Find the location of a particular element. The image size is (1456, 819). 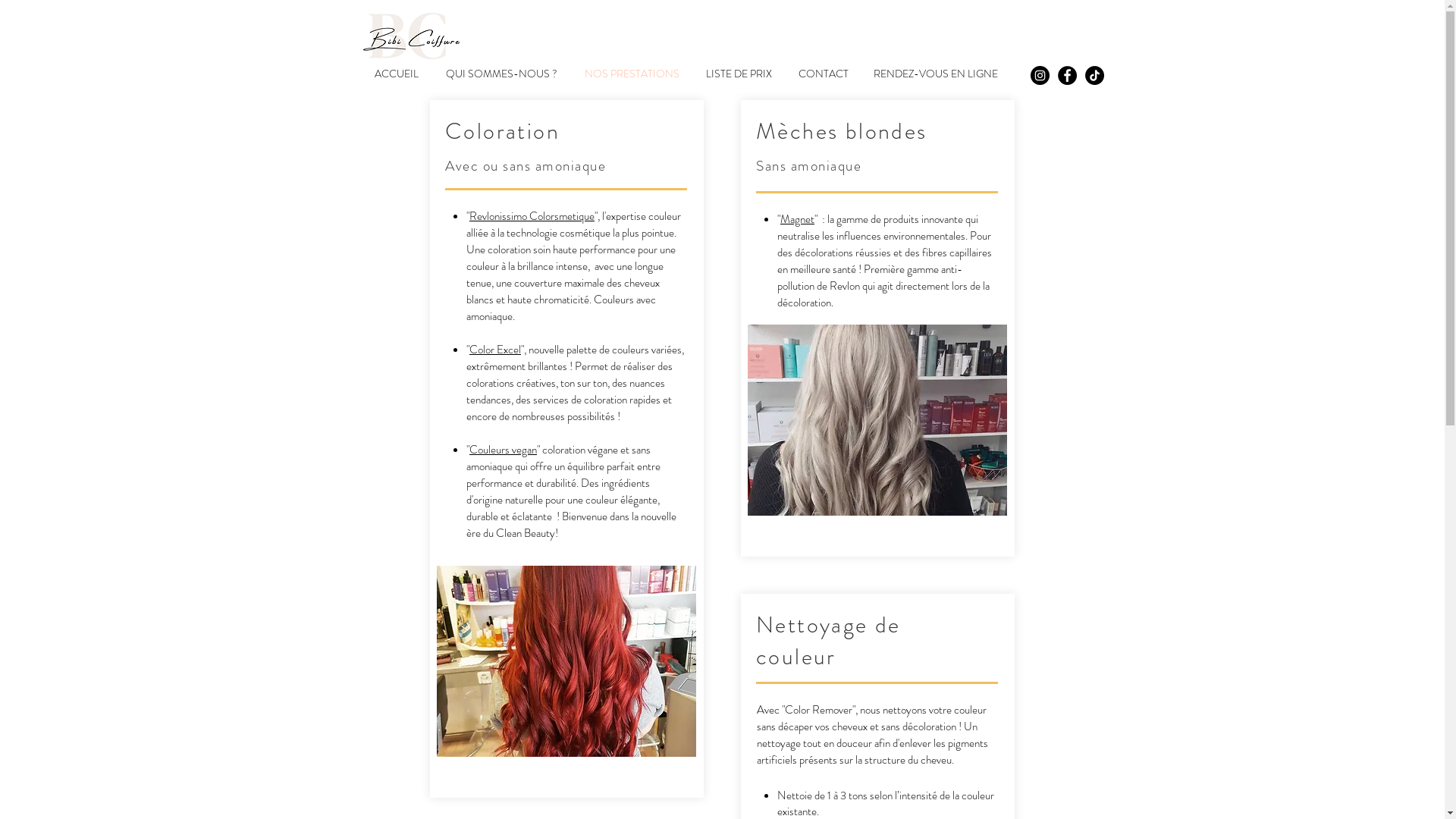

'Revlonissimo Colorsmetique' is located at coordinates (469, 216).